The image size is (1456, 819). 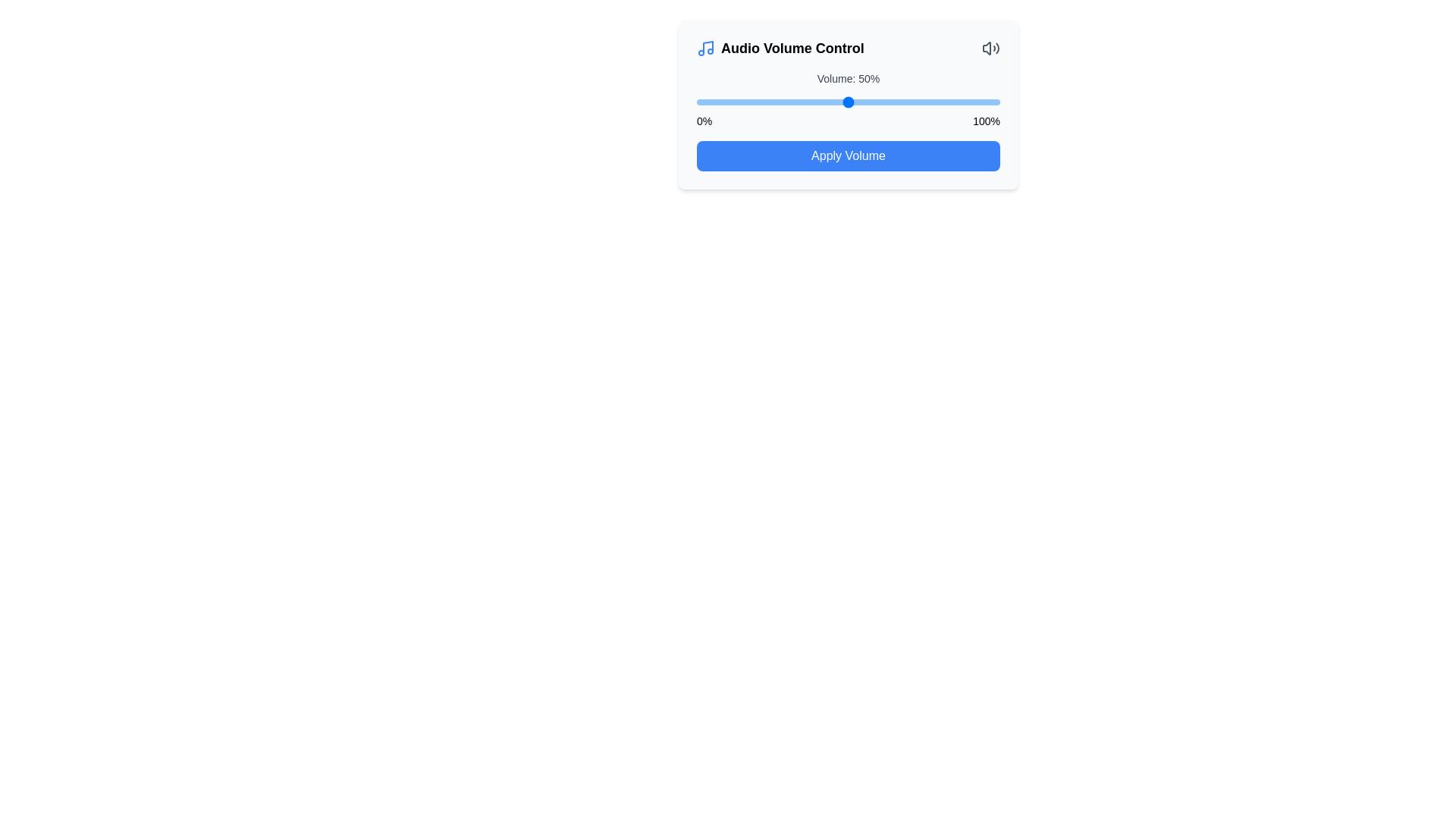 What do you see at coordinates (909, 102) in the screenshot?
I see `the volume level` at bounding box center [909, 102].